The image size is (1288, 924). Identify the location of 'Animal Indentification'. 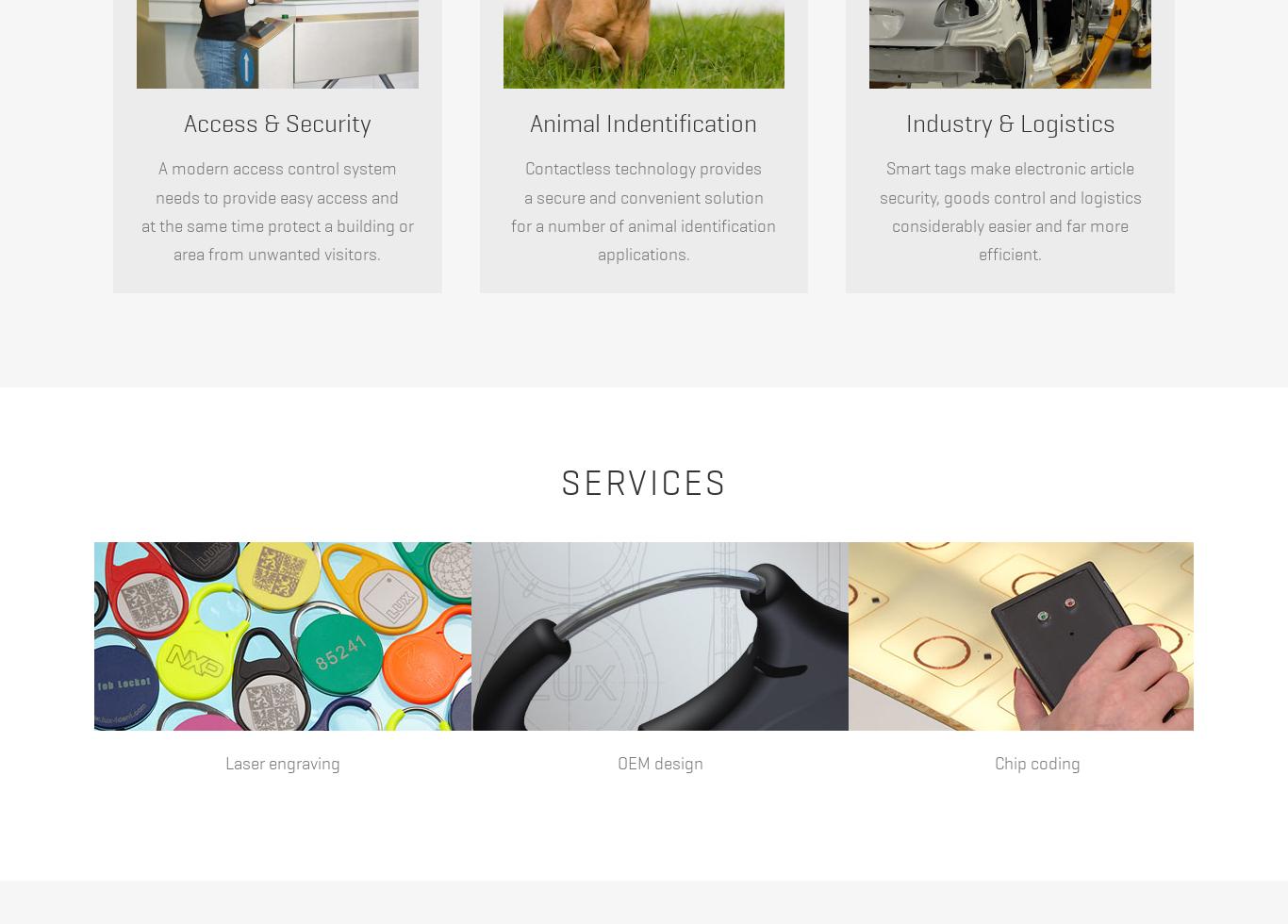
(529, 124).